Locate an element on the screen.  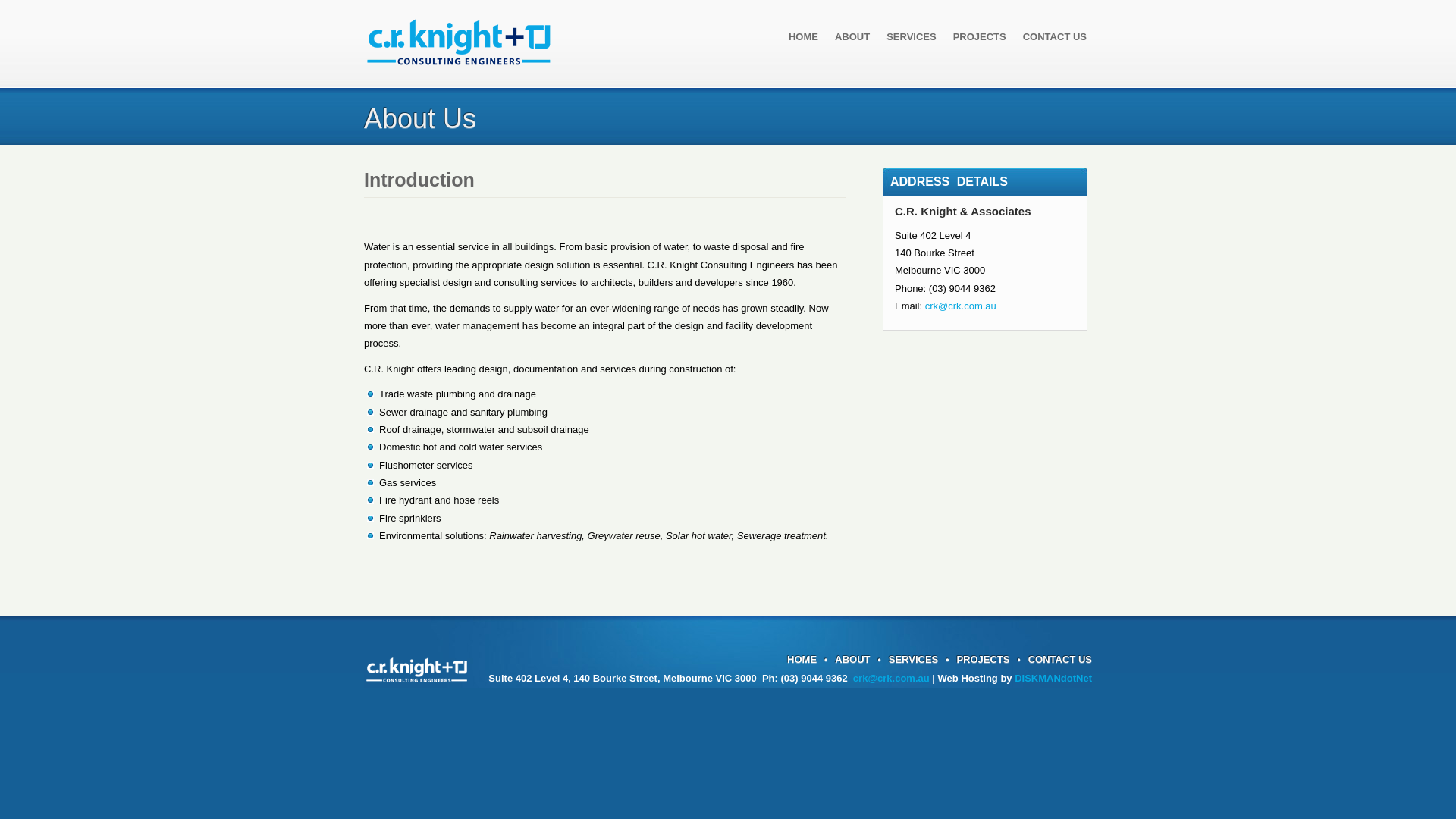
'DISKMANdotNet' is located at coordinates (1052, 677).